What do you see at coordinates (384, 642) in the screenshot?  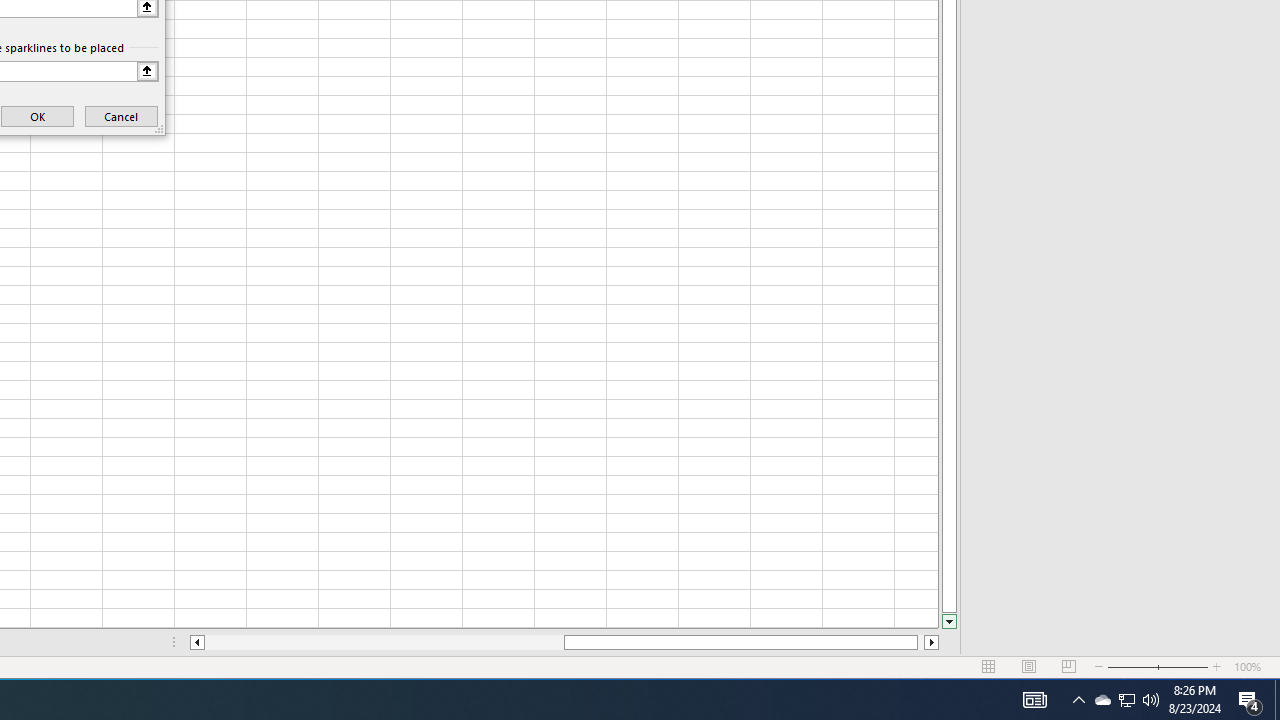 I see `'Page left'` at bounding box center [384, 642].